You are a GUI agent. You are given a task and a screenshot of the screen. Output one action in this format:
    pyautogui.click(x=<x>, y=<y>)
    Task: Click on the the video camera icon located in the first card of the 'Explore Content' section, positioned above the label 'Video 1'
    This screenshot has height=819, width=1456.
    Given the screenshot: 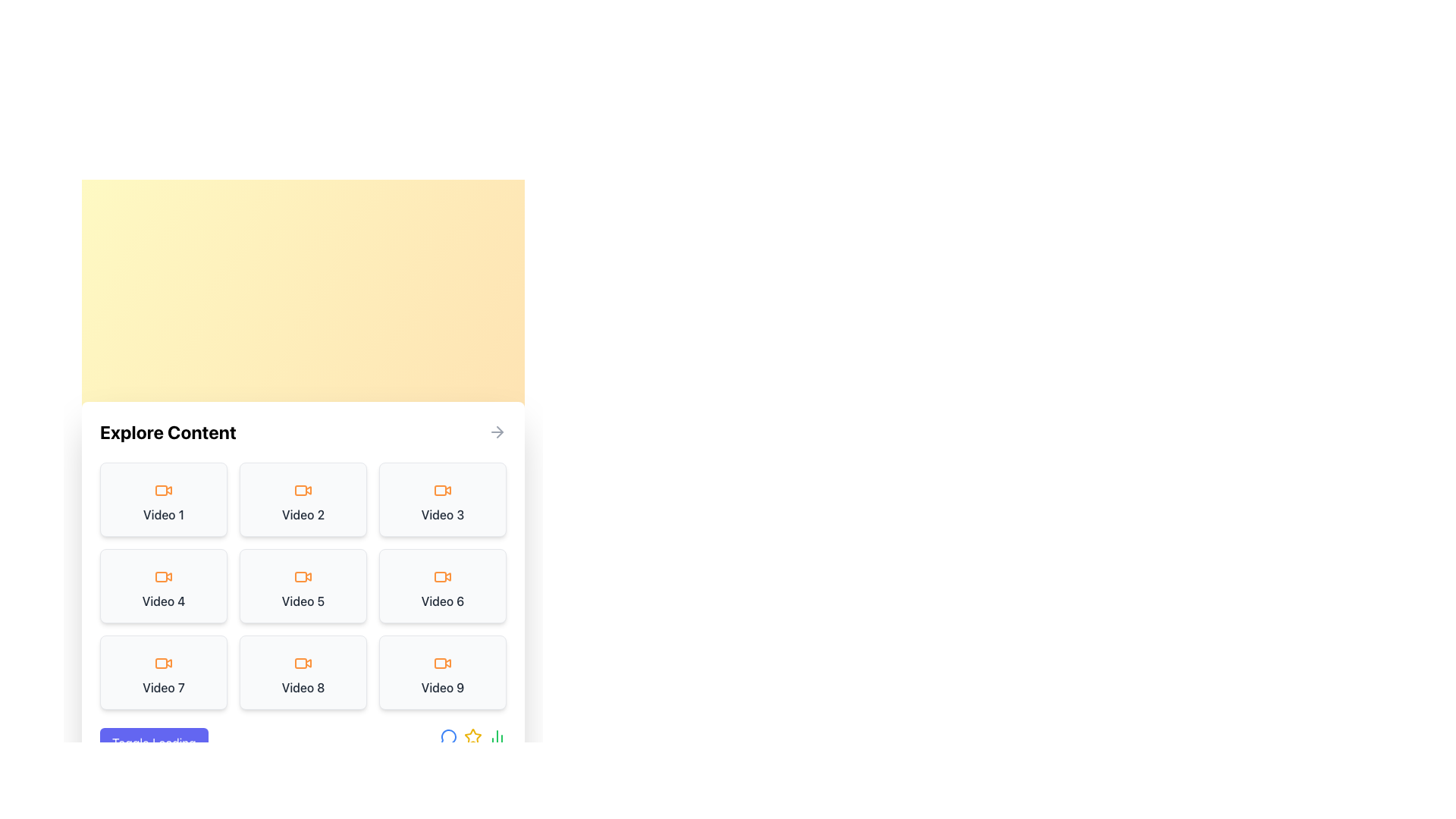 What is the action you would take?
    pyautogui.click(x=164, y=491)
    